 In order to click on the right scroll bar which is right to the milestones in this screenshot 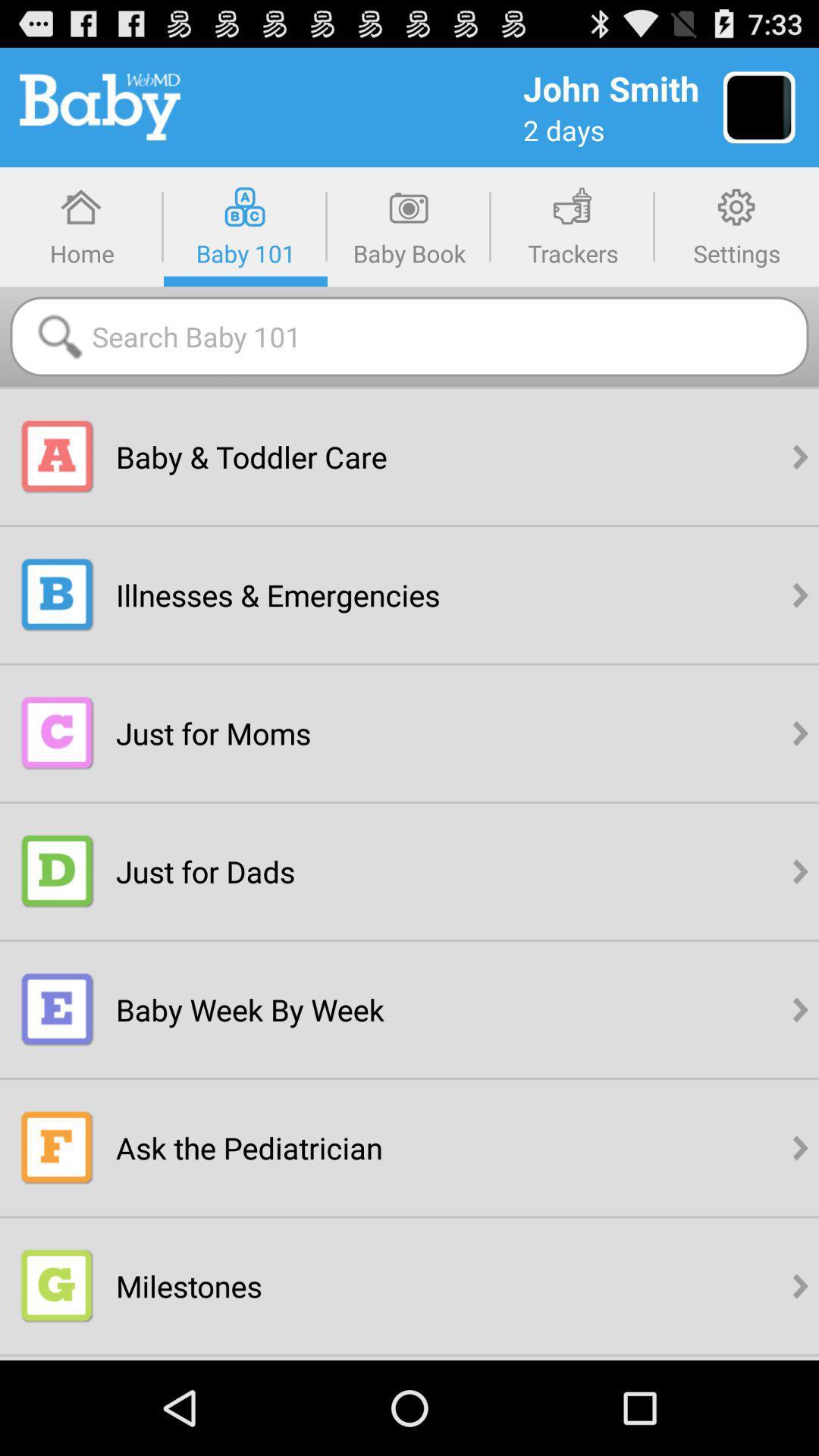, I will do `click(800, 1285)`.